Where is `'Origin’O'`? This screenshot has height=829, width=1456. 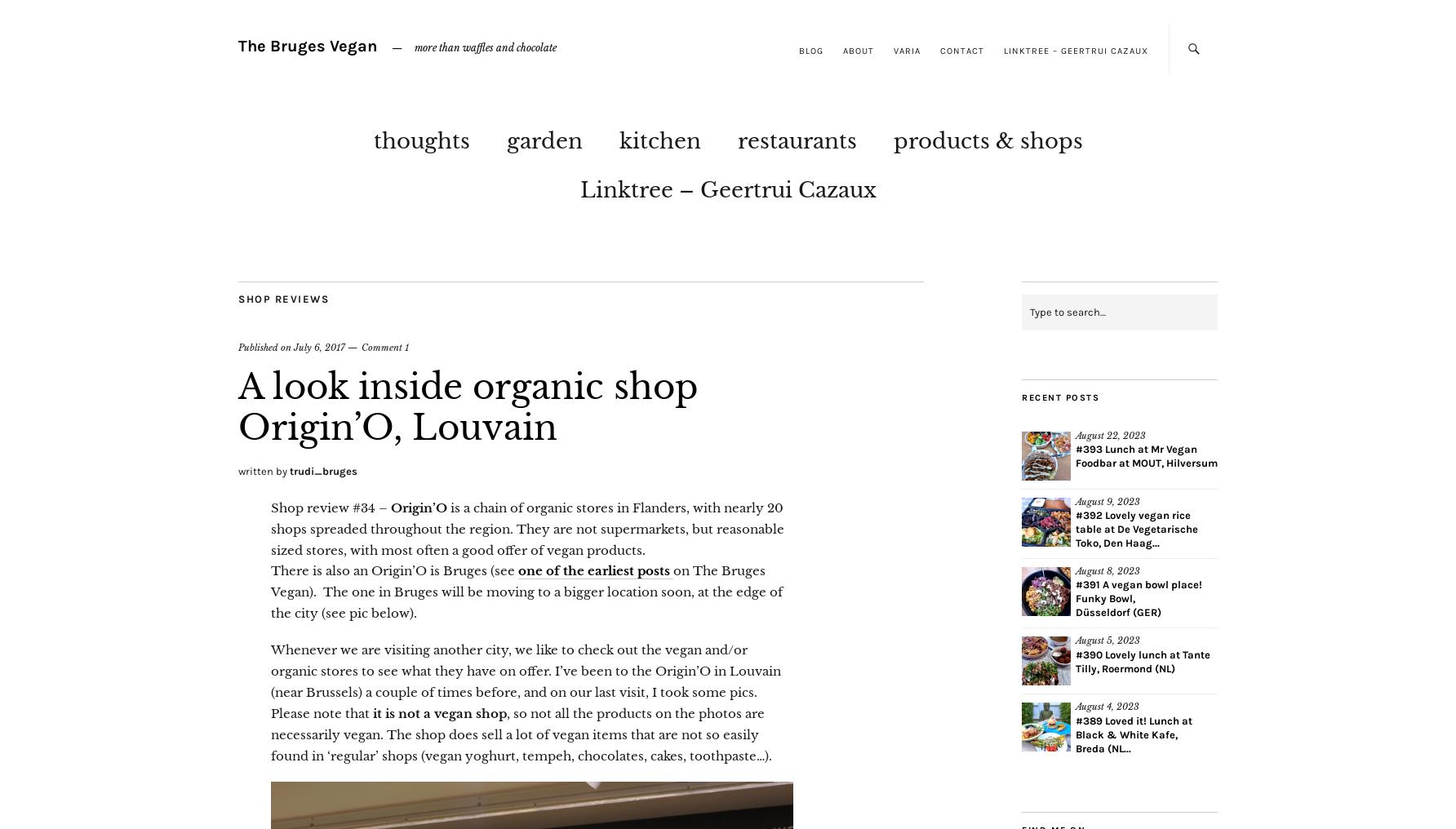
'Origin’O' is located at coordinates (419, 507).